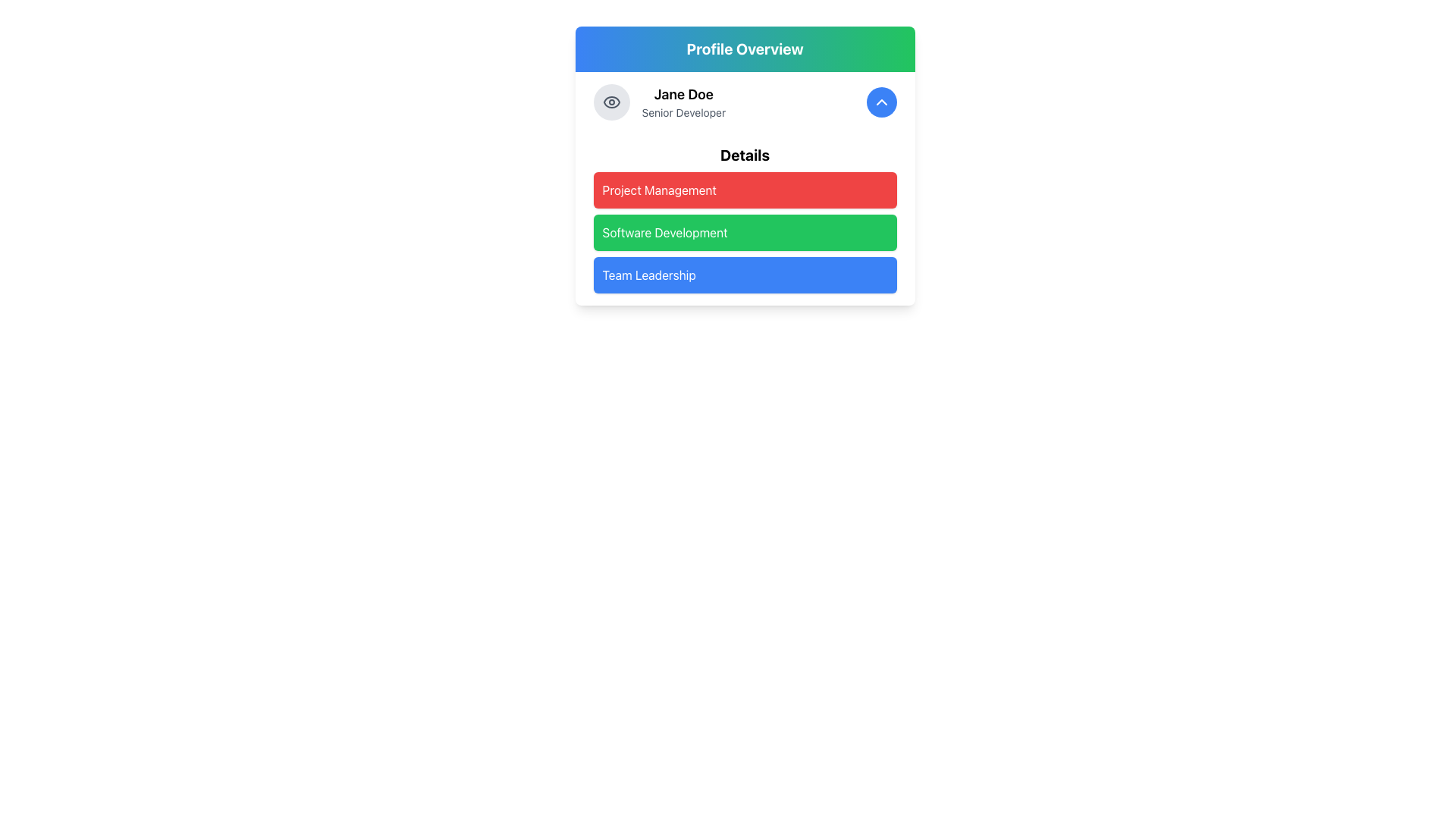 This screenshot has width=1456, height=819. Describe the element at coordinates (881, 102) in the screenshot. I see `the circular blue button with an upward-pointing arrow chevron icon` at that location.